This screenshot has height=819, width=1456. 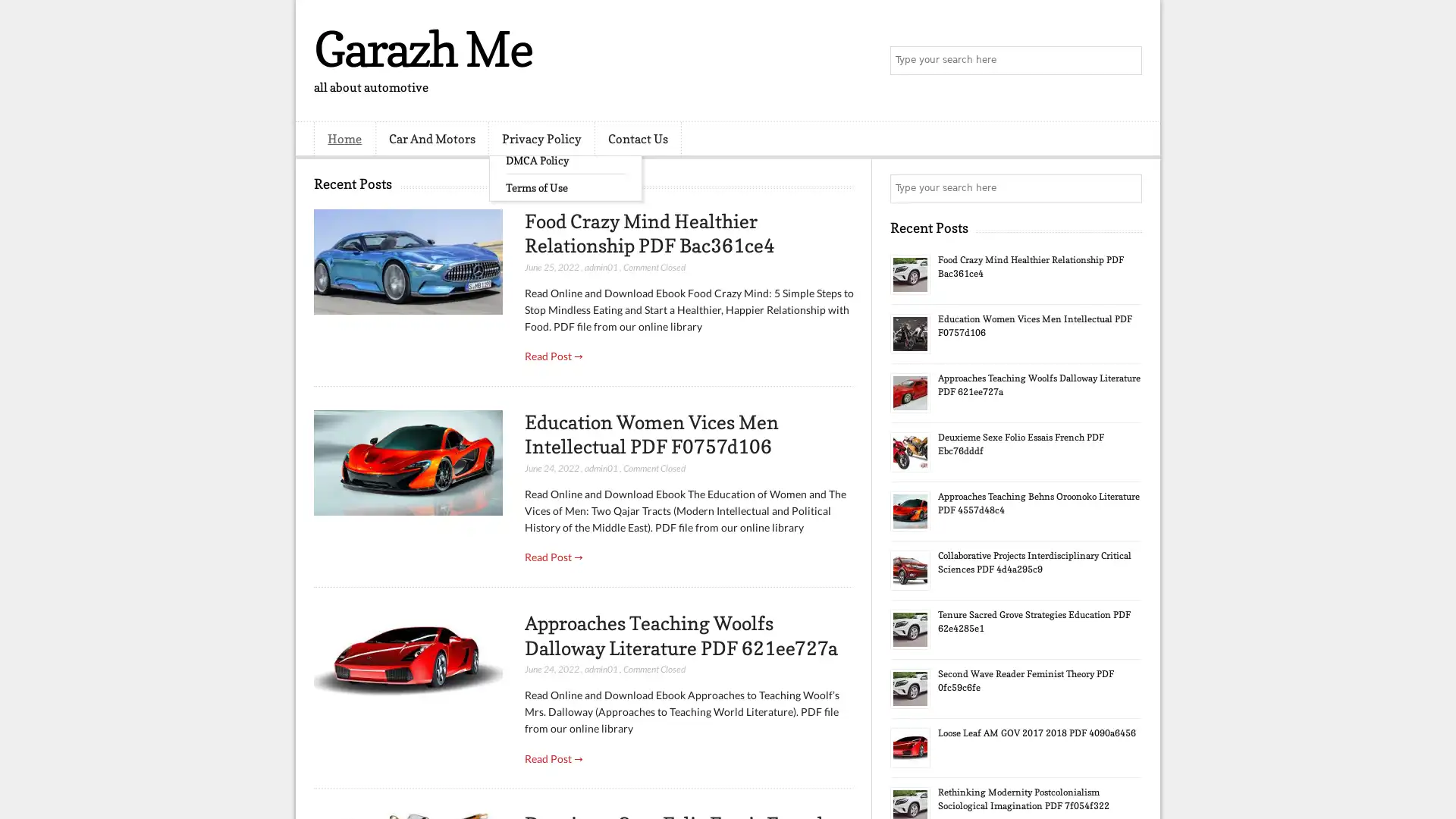 What do you see at coordinates (1126, 61) in the screenshot?
I see `Search` at bounding box center [1126, 61].